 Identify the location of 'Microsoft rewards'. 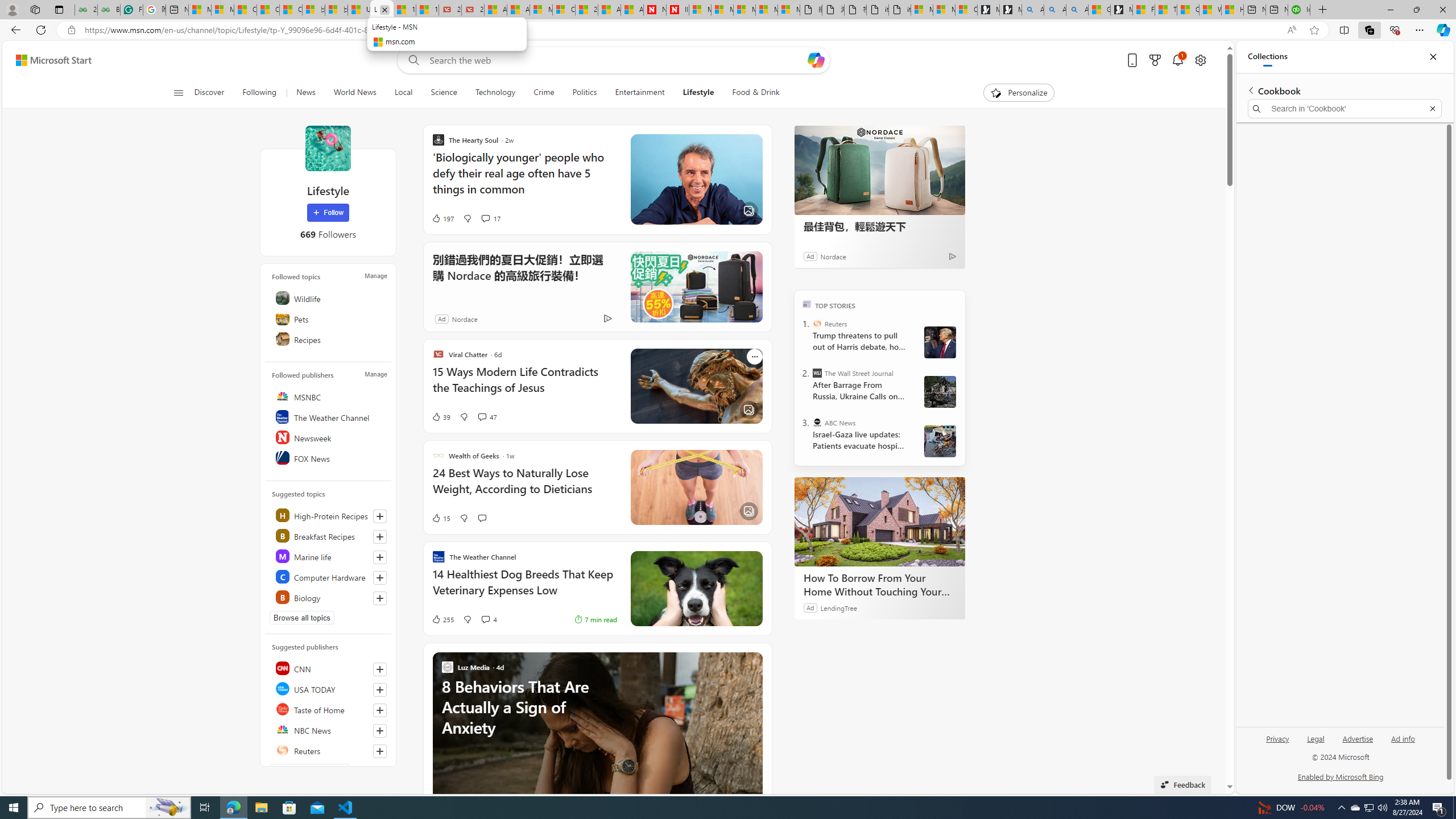
(1155, 60).